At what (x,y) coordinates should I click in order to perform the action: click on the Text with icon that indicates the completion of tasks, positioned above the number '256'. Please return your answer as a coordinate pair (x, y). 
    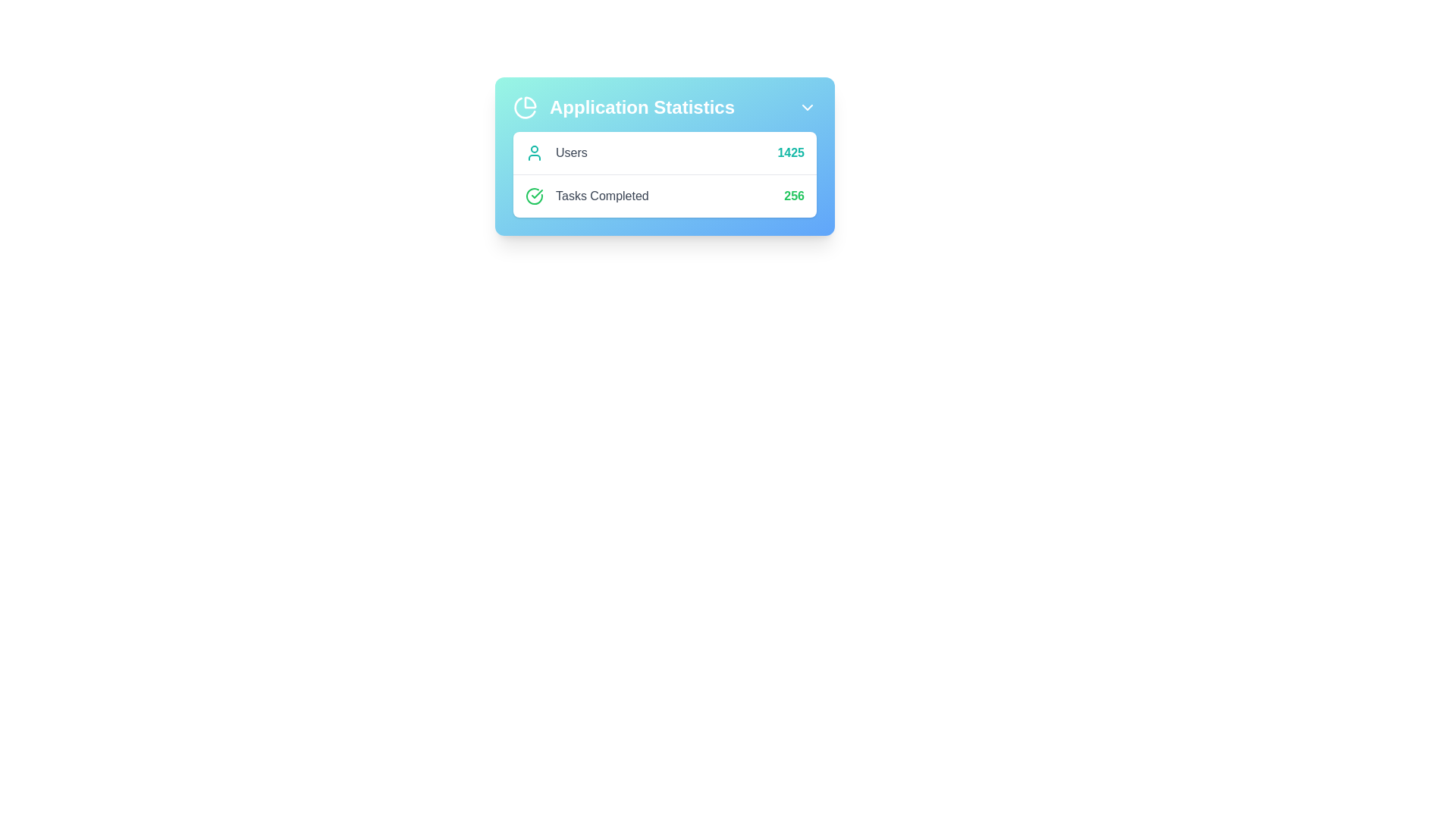
    Looking at the image, I should click on (586, 195).